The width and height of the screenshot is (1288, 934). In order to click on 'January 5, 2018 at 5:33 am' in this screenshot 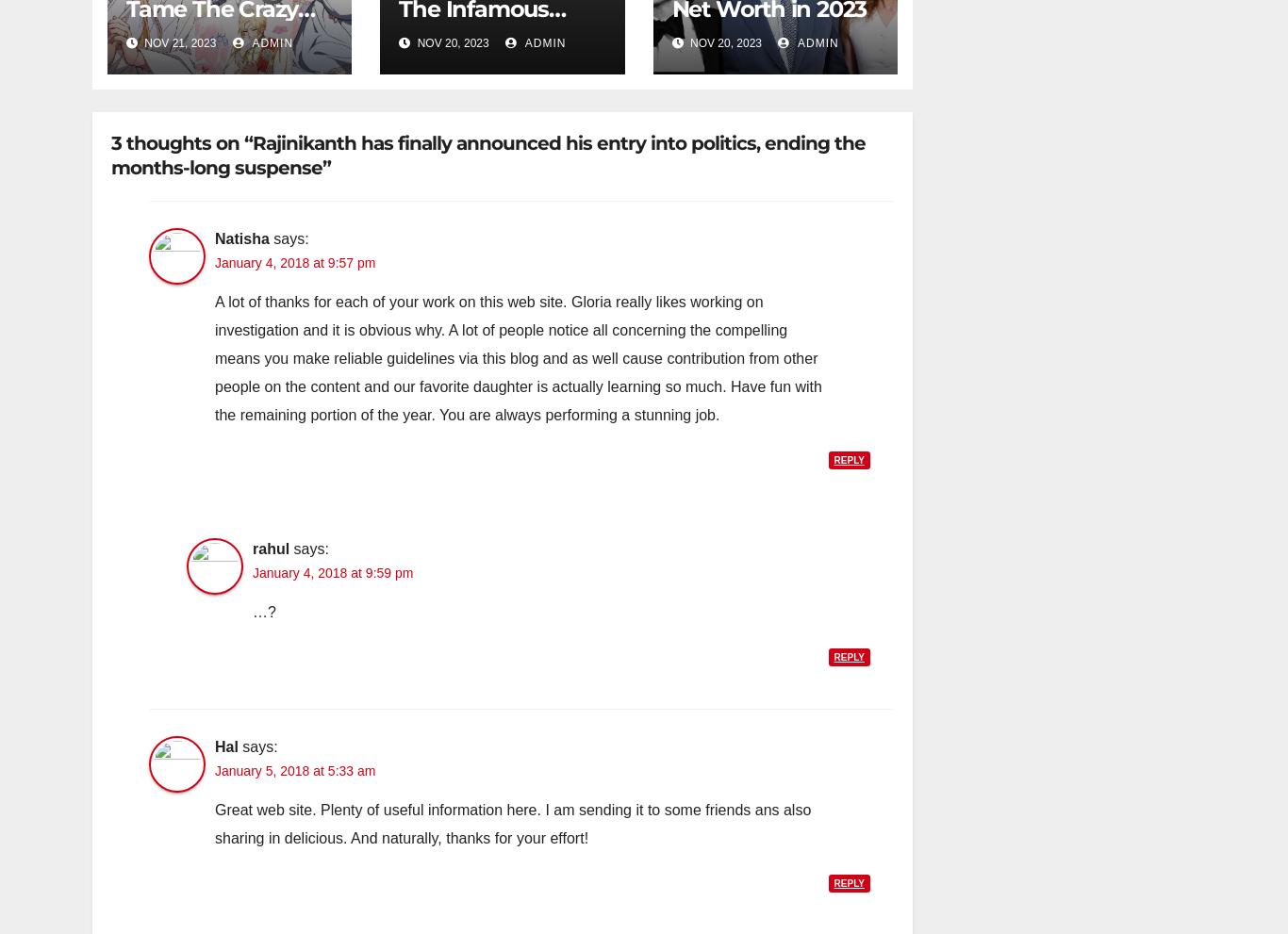, I will do `click(294, 769)`.